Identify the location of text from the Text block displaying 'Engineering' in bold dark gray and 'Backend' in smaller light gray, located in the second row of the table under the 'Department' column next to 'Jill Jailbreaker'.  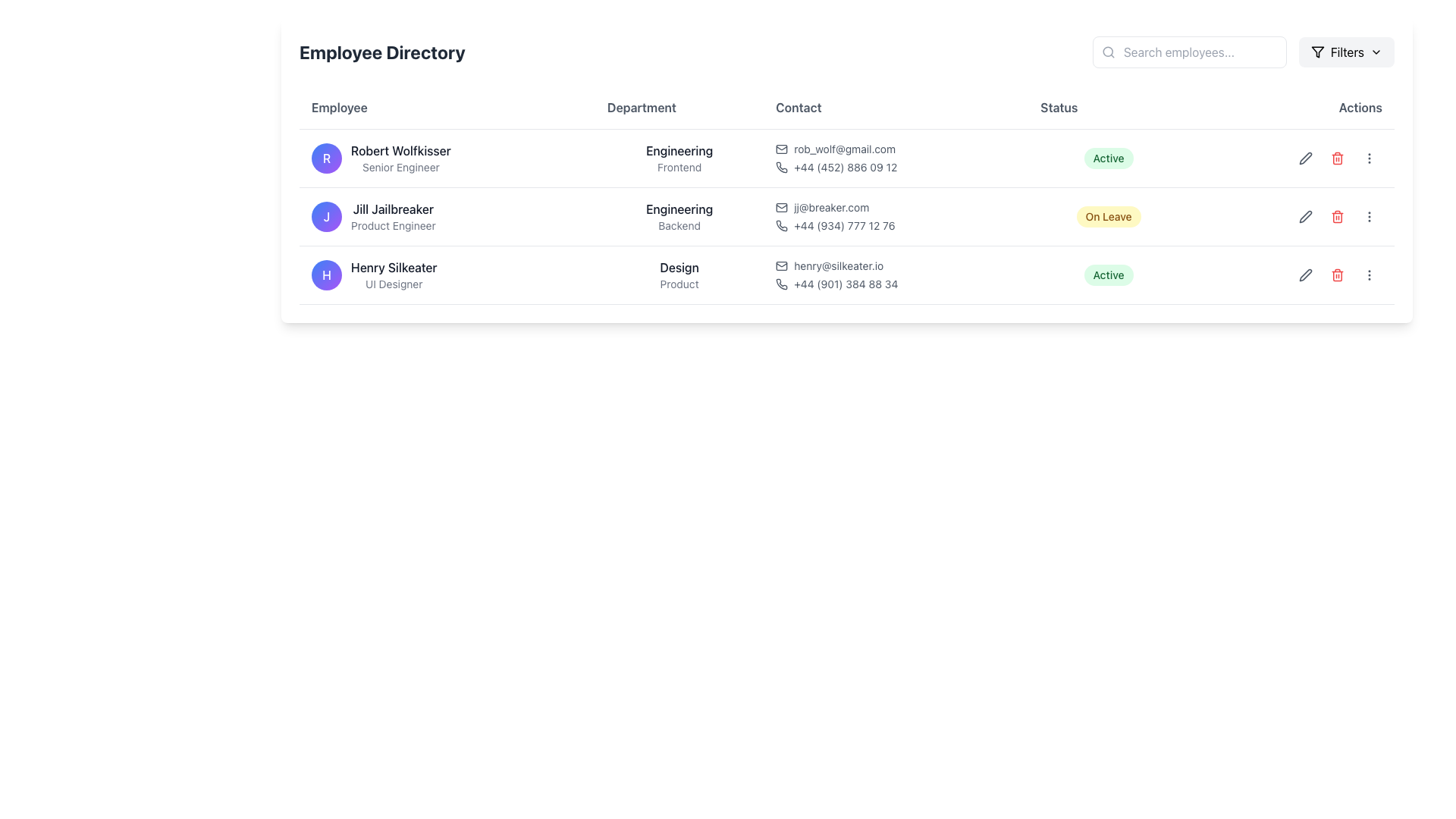
(679, 216).